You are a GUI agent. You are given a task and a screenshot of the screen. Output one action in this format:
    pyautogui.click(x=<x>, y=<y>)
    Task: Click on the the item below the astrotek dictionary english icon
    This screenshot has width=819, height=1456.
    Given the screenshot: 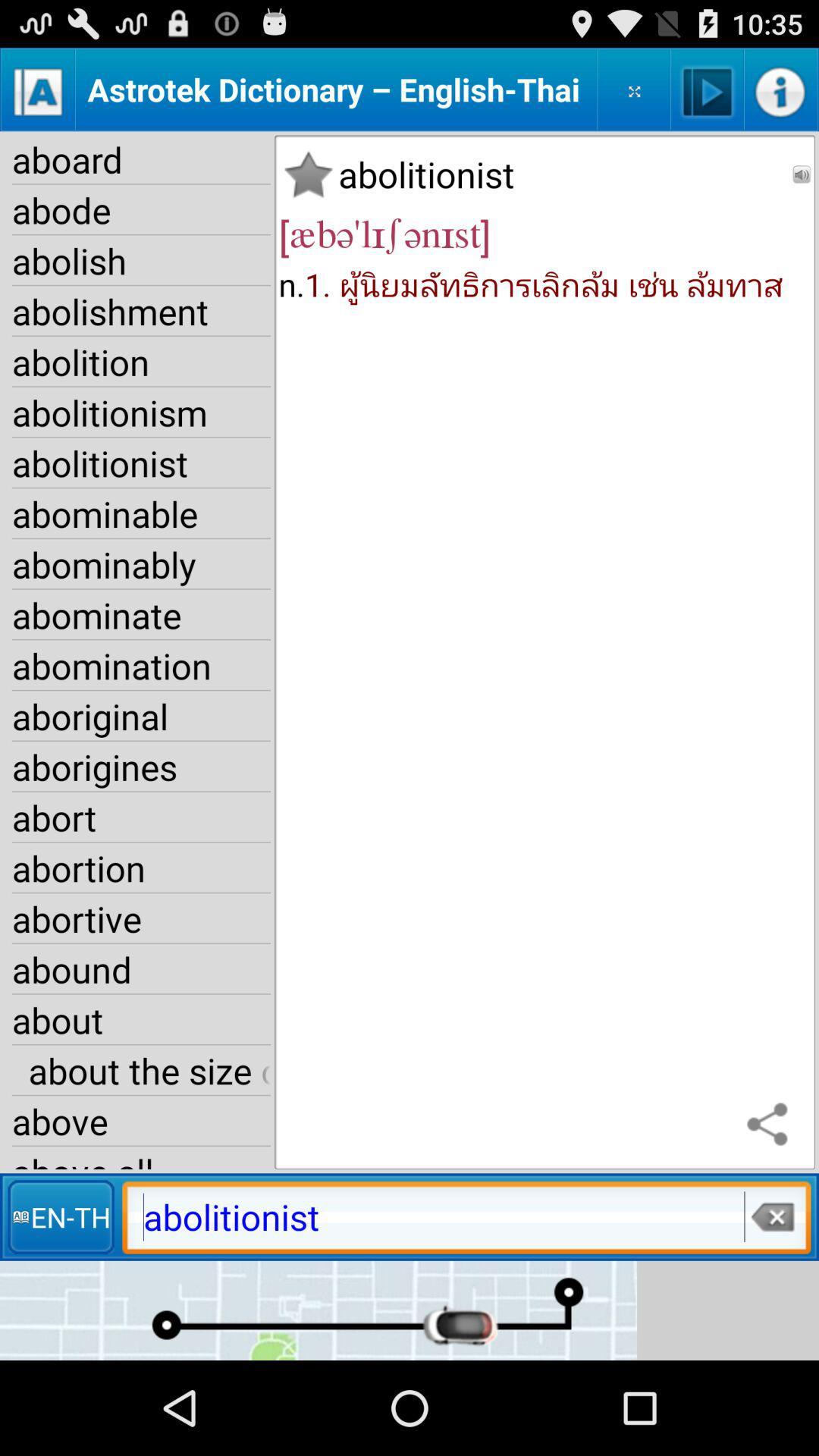 What is the action you would take?
    pyautogui.click(x=307, y=174)
    